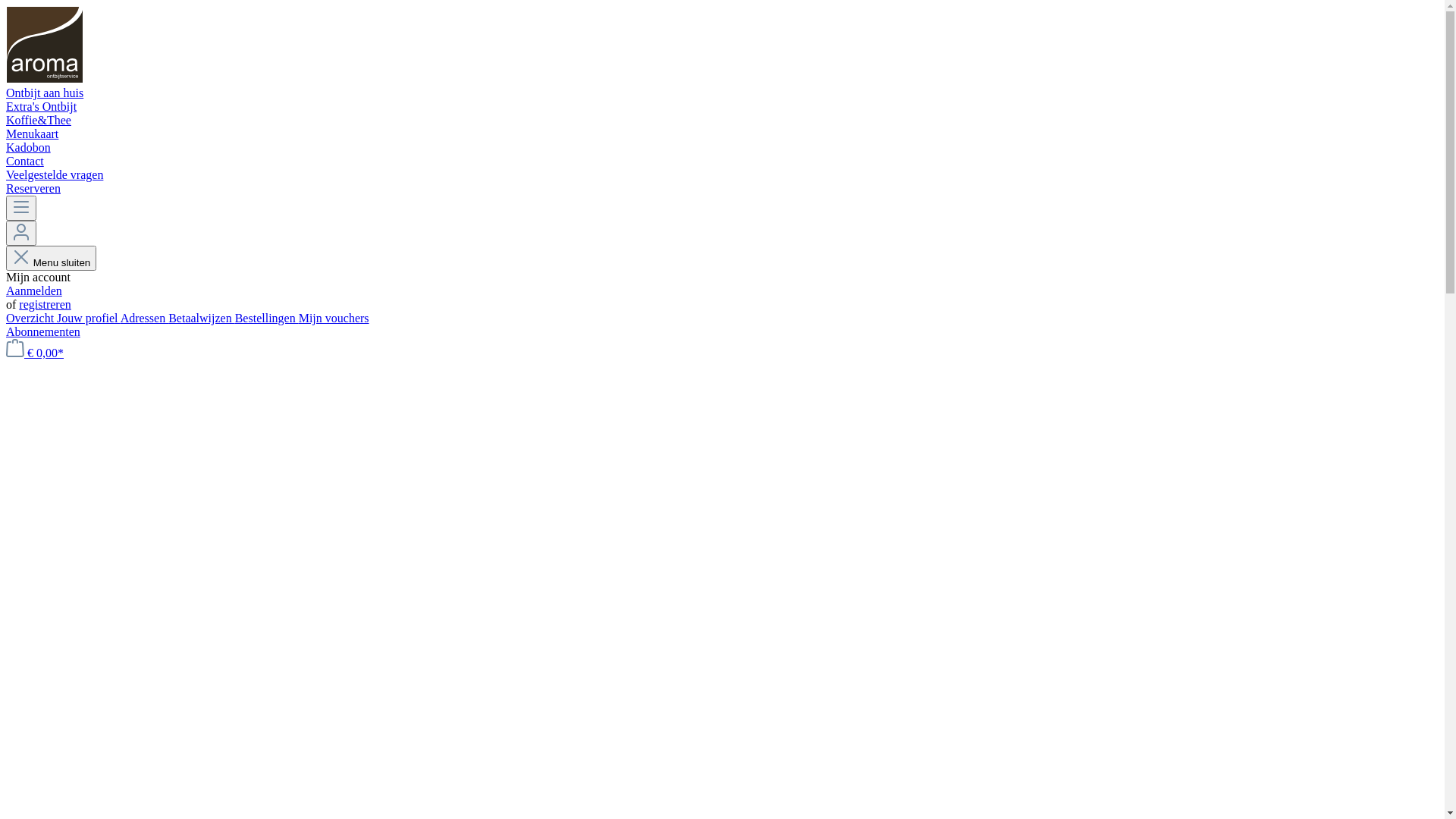 This screenshot has width=1456, height=819. What do you see at coordinates (145, 317) in the screenshot?
I see `'Adressen'` at bounding box center [145, 317].